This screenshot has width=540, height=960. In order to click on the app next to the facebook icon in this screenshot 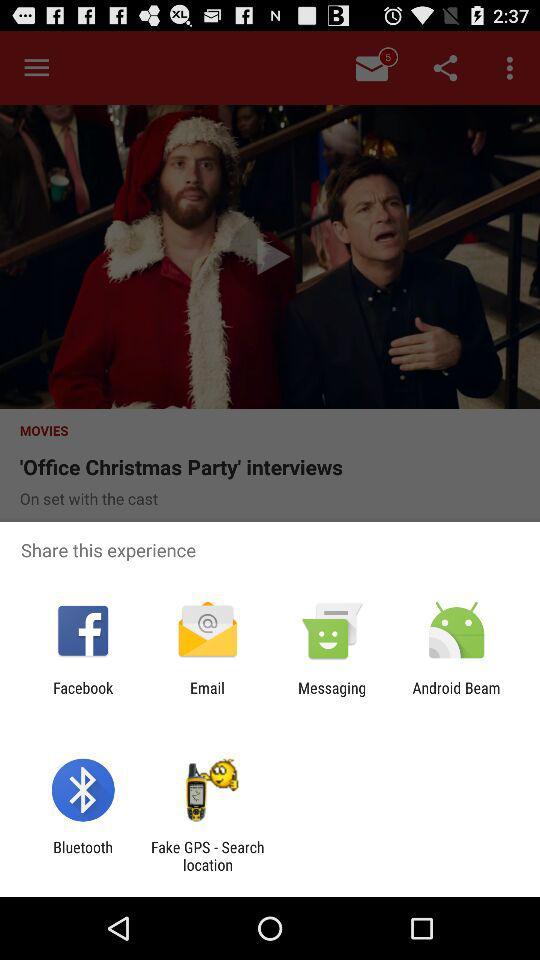, I will do `click(206, 696)`.